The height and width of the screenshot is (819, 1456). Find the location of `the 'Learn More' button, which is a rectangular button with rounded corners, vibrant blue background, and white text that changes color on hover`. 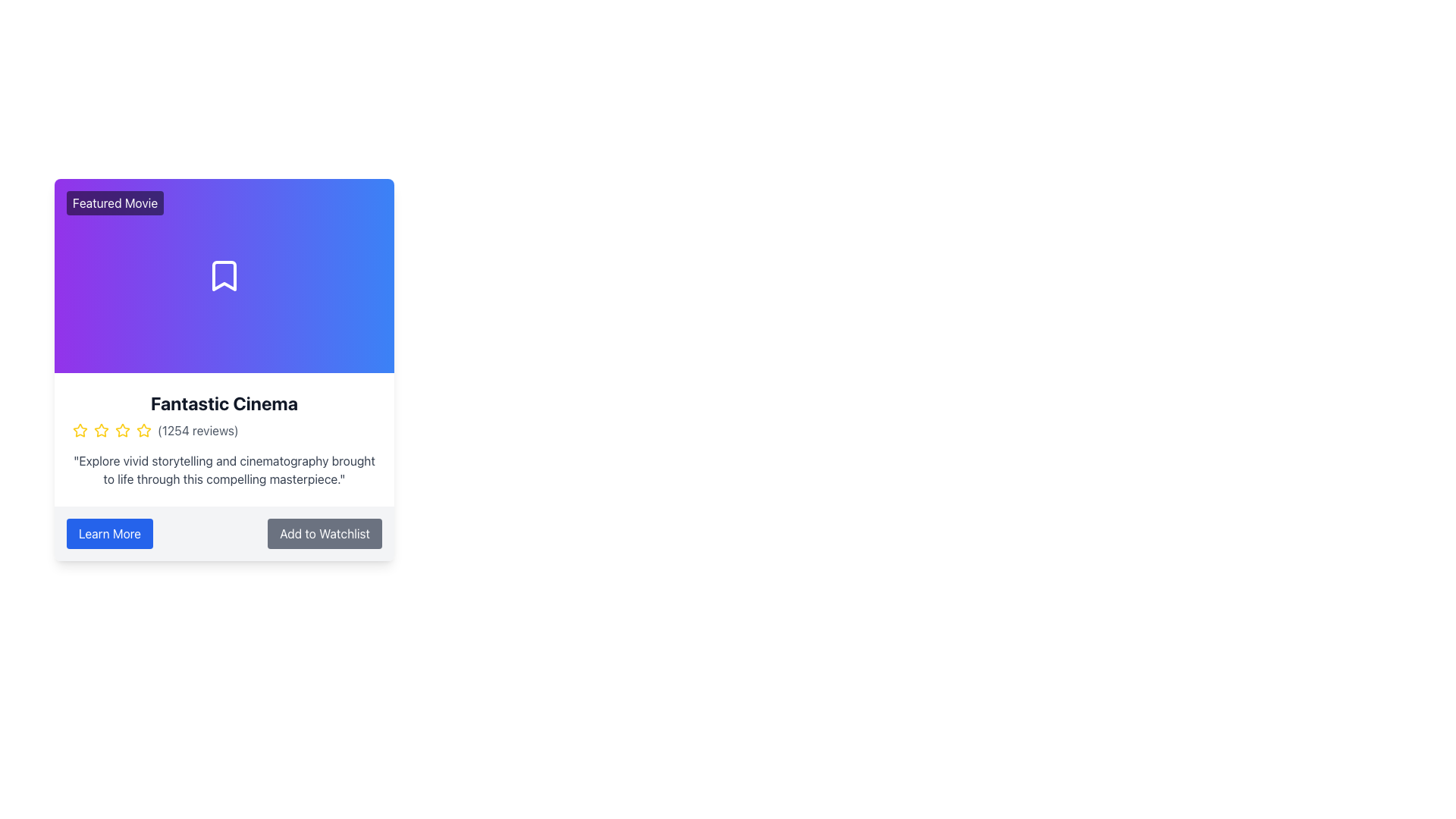

the 'Learn More' button, which is a rectangular button with rounded corners, vibrant blue background, and white text that changes color on hover is located at coordinates (108, 533).